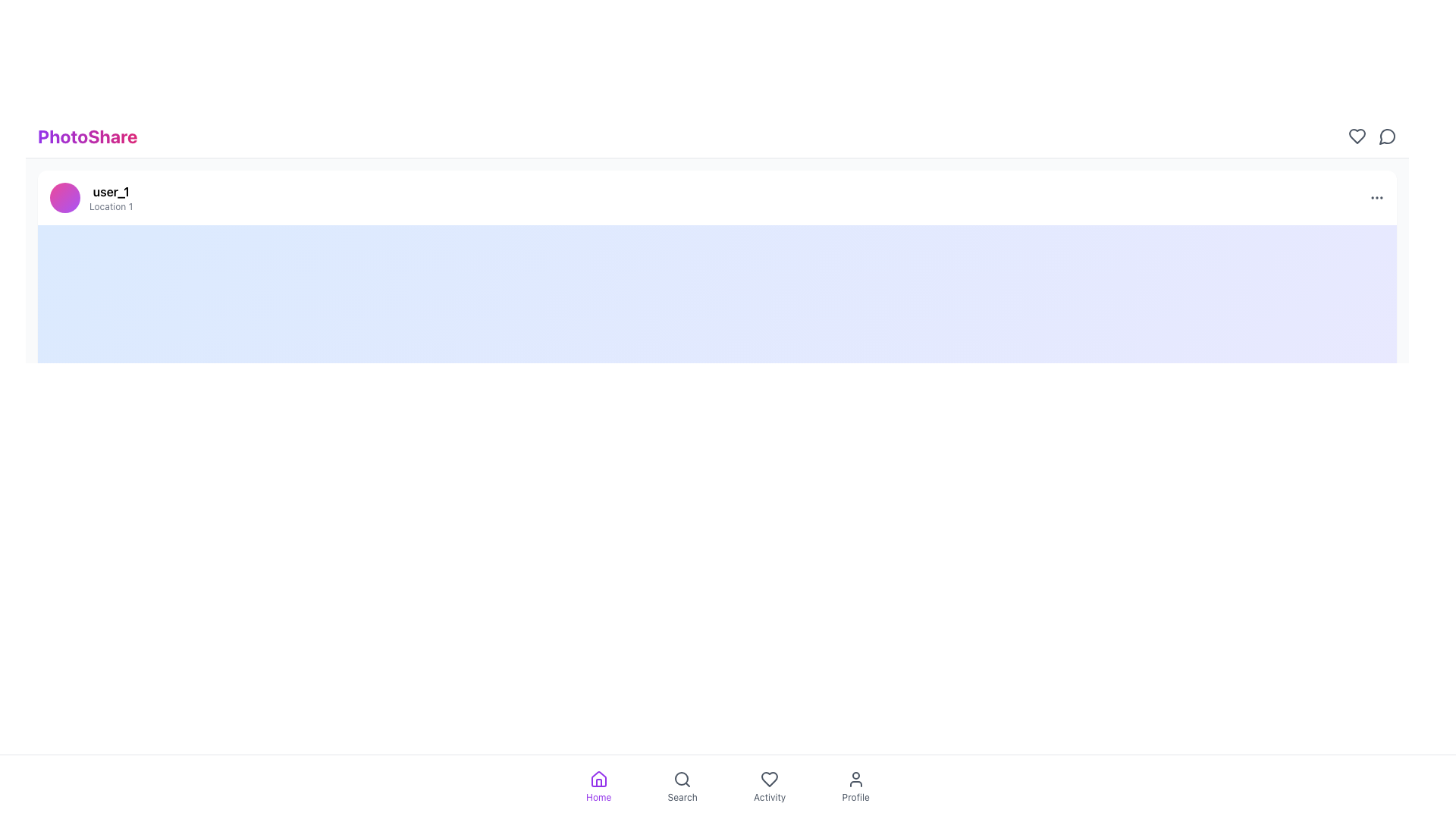 The width and height of the screenshot is (1456, 819). Describe the element at coordinates (682, 780) in the screenshot. I see `the search icon located on the bottom navigation bar, which is the second icon from the left` at that location.